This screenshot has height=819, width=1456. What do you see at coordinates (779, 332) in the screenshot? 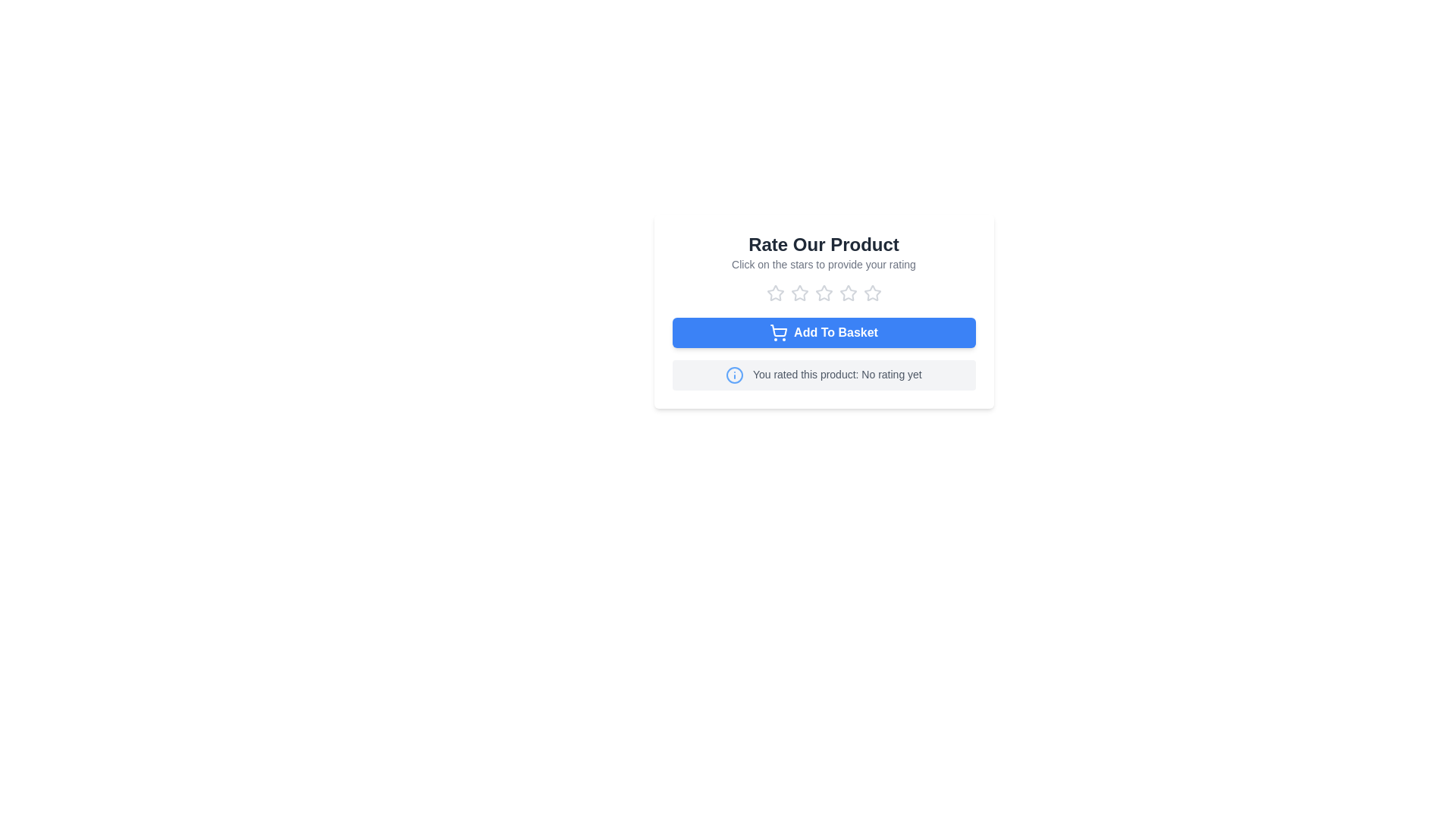
I see `the shopping cart icon located within the 'Add To Basket' button below the 'Rate Our Product' heading` at bounding box center [779, 332].